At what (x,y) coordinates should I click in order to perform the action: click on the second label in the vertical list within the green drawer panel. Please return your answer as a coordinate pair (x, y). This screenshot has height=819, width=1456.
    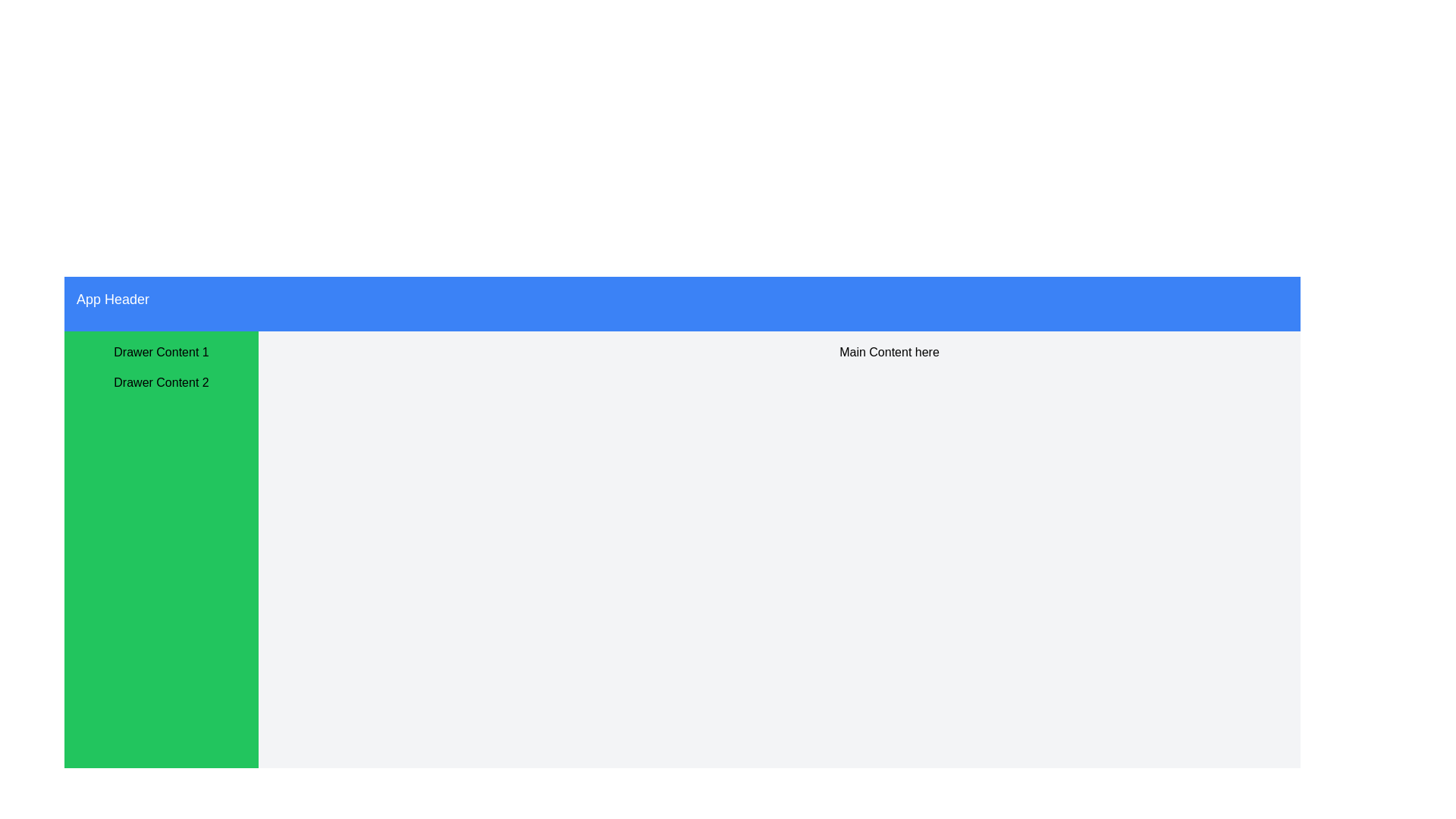
    Looking at the image, I should click on (161, 382).